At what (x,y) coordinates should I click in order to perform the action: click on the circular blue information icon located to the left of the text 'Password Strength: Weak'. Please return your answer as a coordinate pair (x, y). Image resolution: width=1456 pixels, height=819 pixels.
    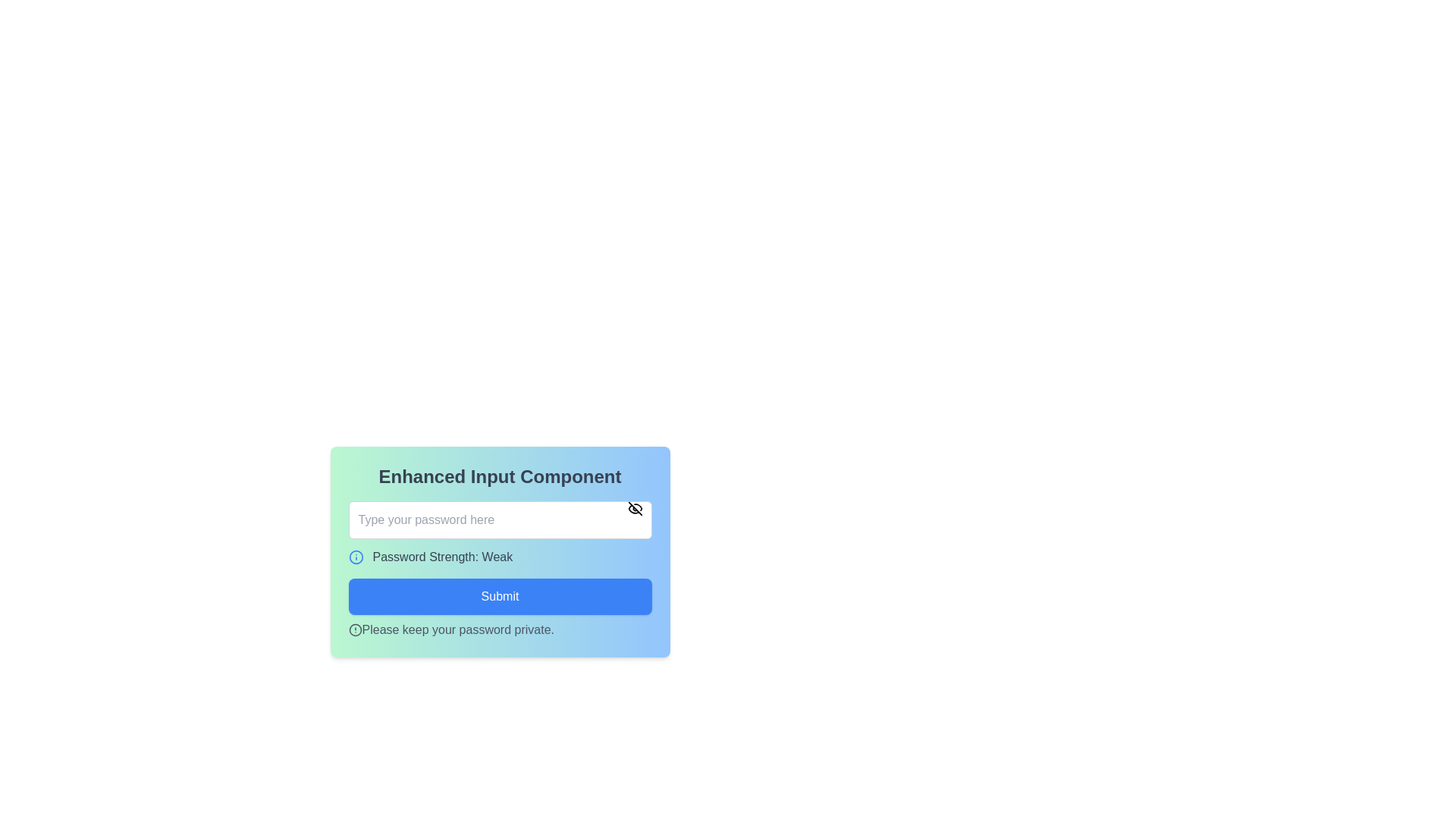
    Looking at the image, I should click on (355, 557).